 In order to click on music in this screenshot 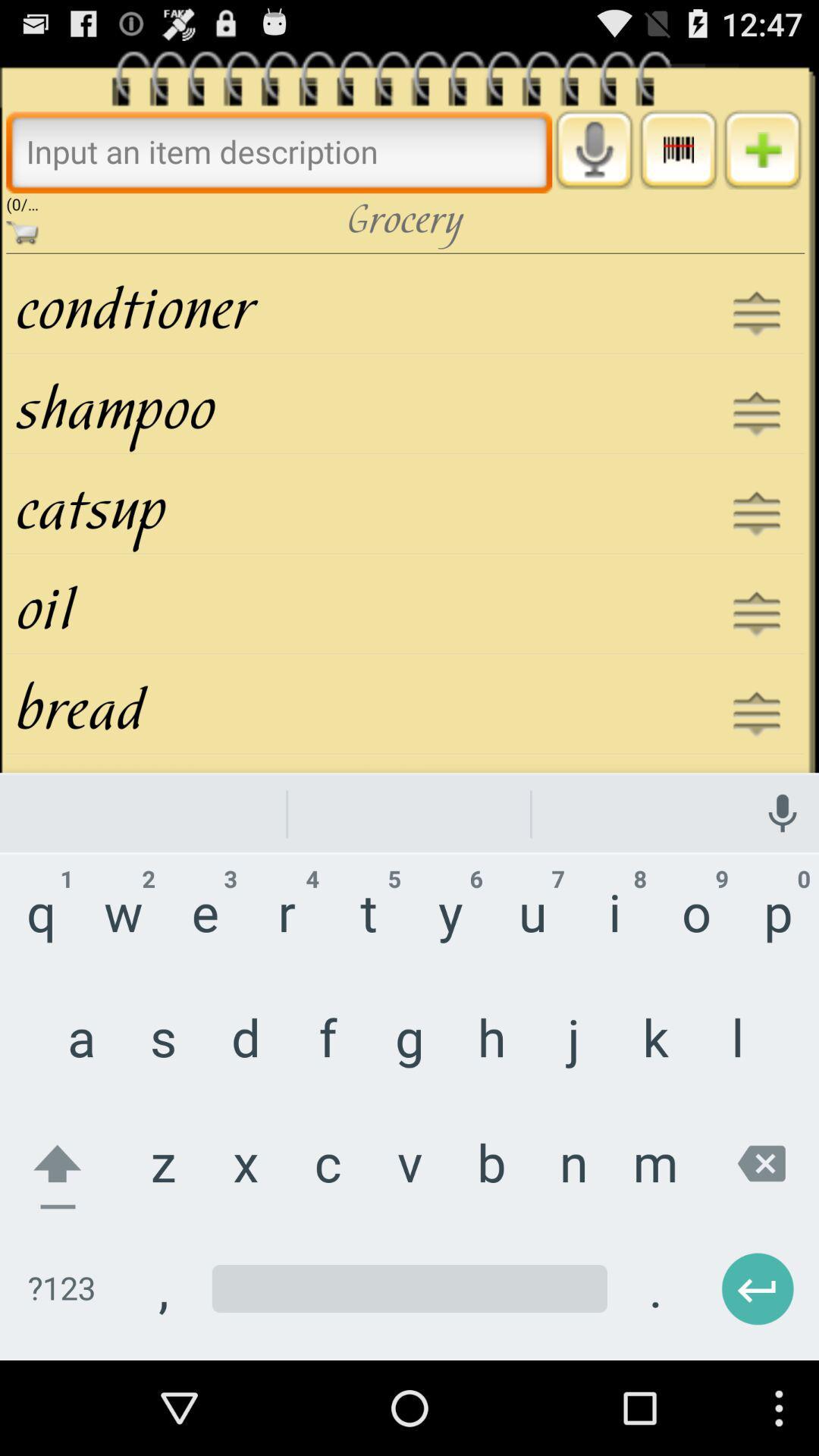, I will do `click(677, 149)`.